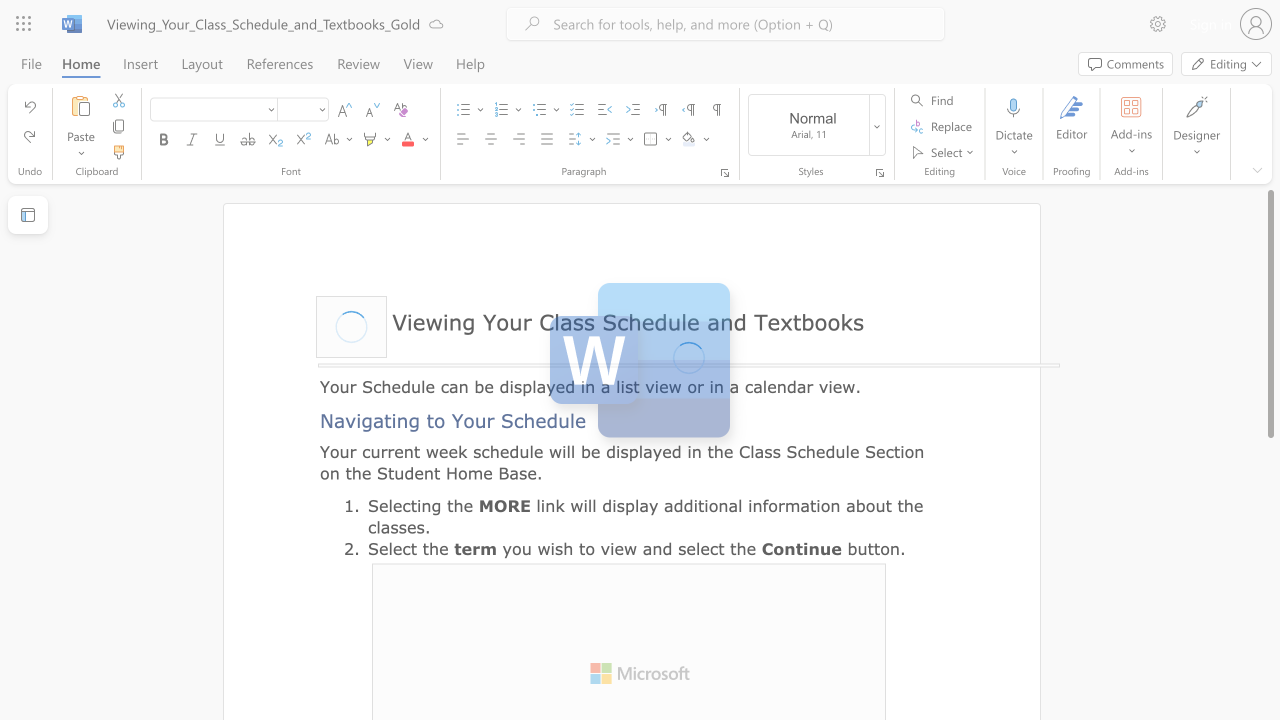 The image size is (1280, 720). Describe the element at coordinates (1269, 670) in the screenshot. I see `the scrollbar on the side` at that location.